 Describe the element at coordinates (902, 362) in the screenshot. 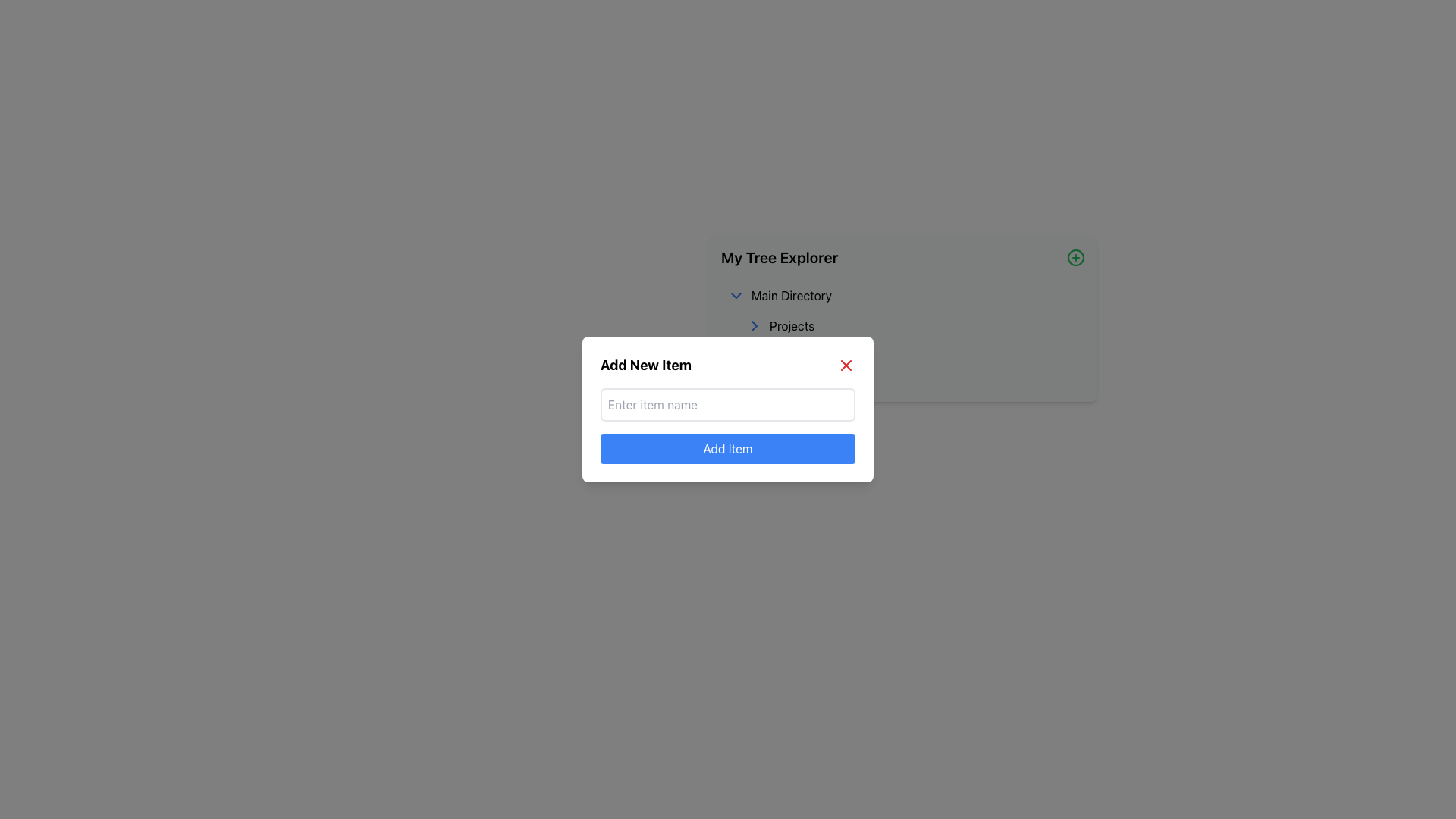

I see `the 'Resources' text label in the tree navigation interface` at that location.